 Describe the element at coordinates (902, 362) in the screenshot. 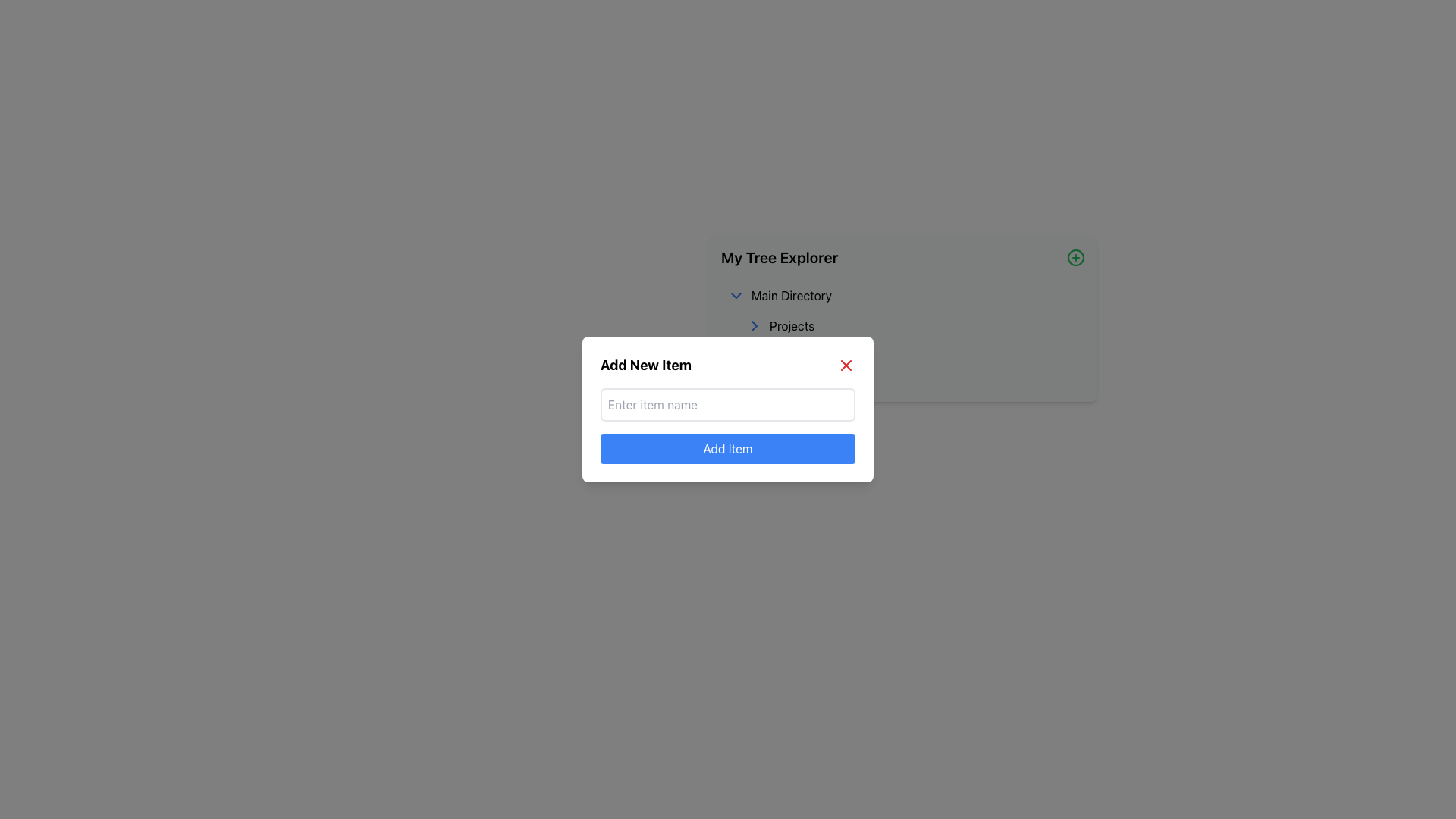

I see `the 'Resources' text label in the tree navigation interface` at that location.